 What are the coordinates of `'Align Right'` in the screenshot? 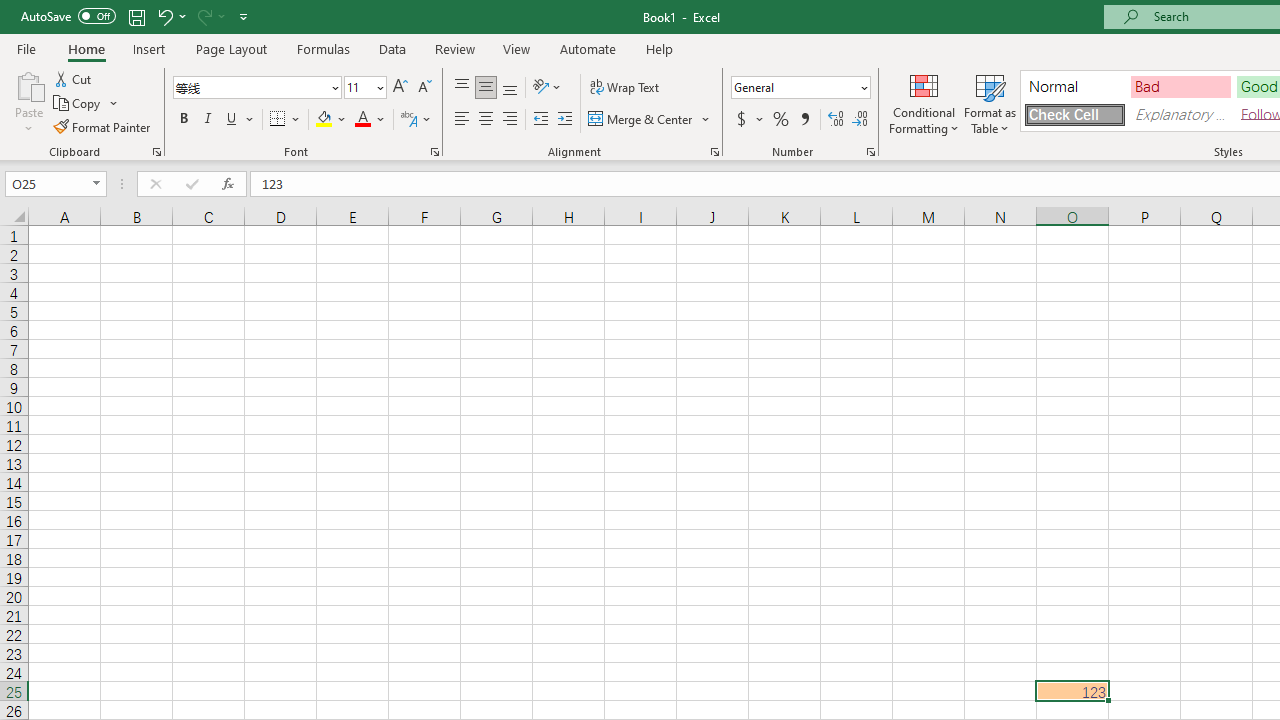 It's located at (510, 119).